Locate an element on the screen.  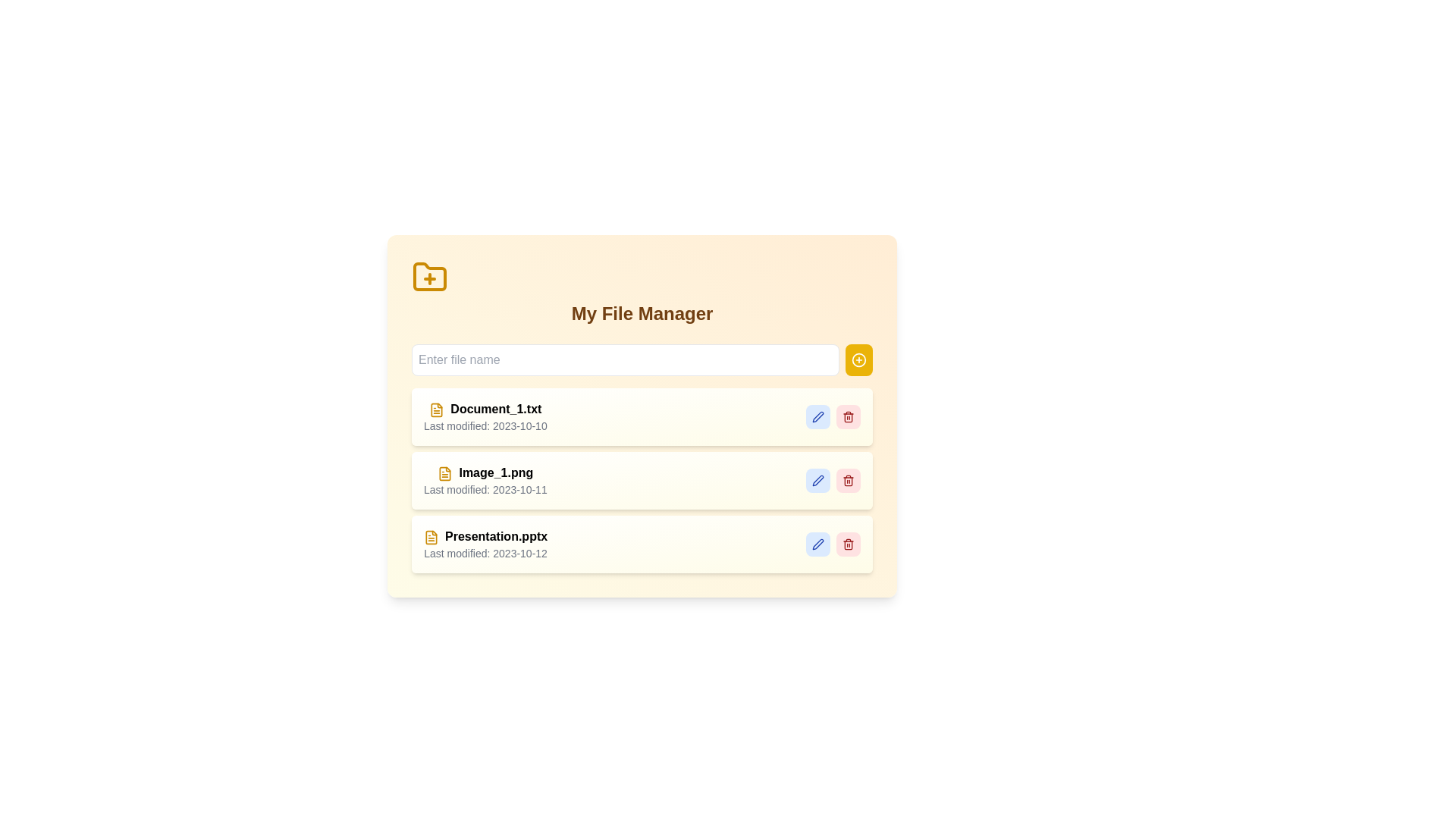
on the text label reading 'Presentation.pptx' located in the 'My File Manager' section is located at coordinates (496, 535).